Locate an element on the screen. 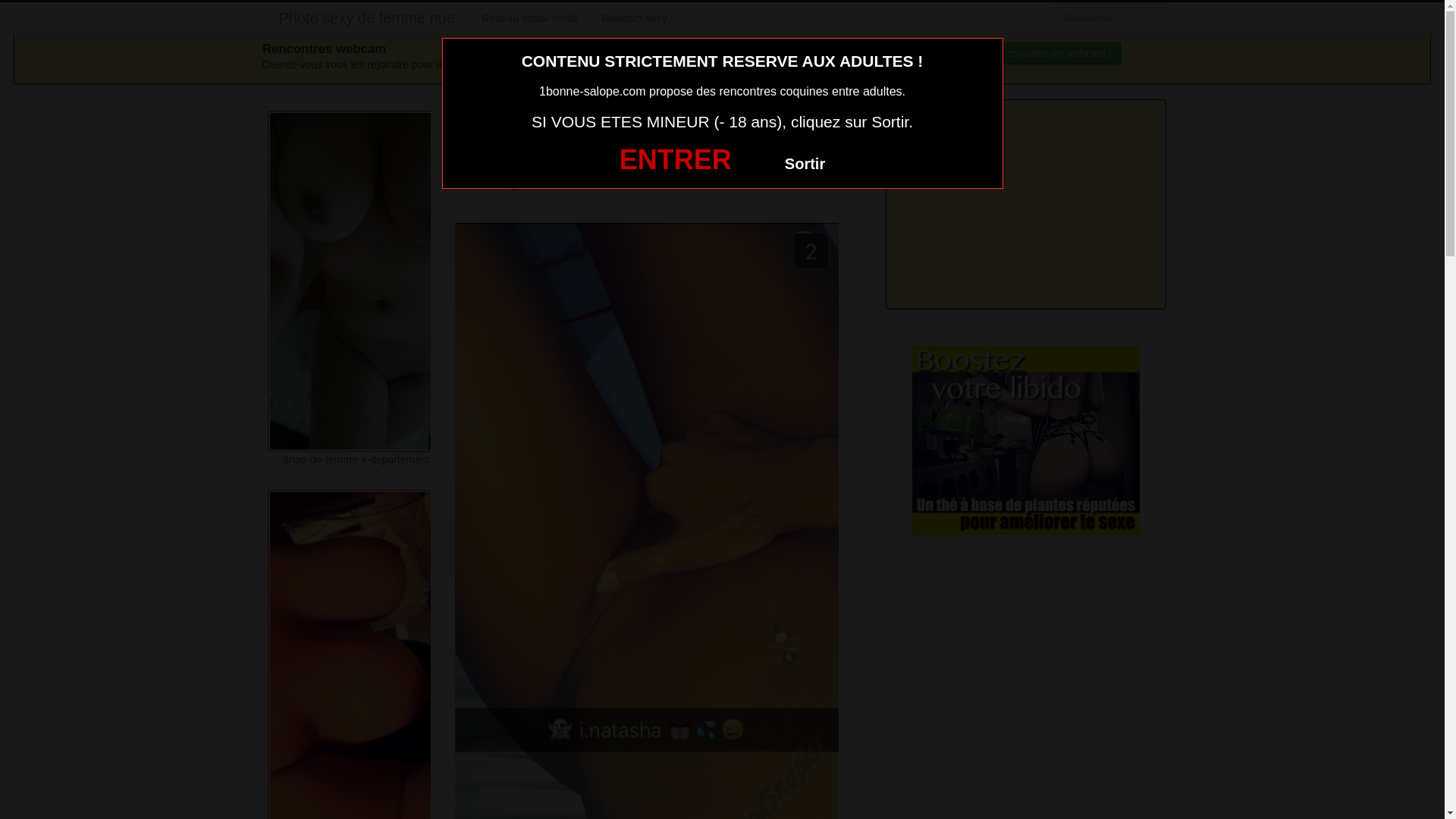 The image size is (1456, 819). 'Sortir' is located at coordinates (804, 164).